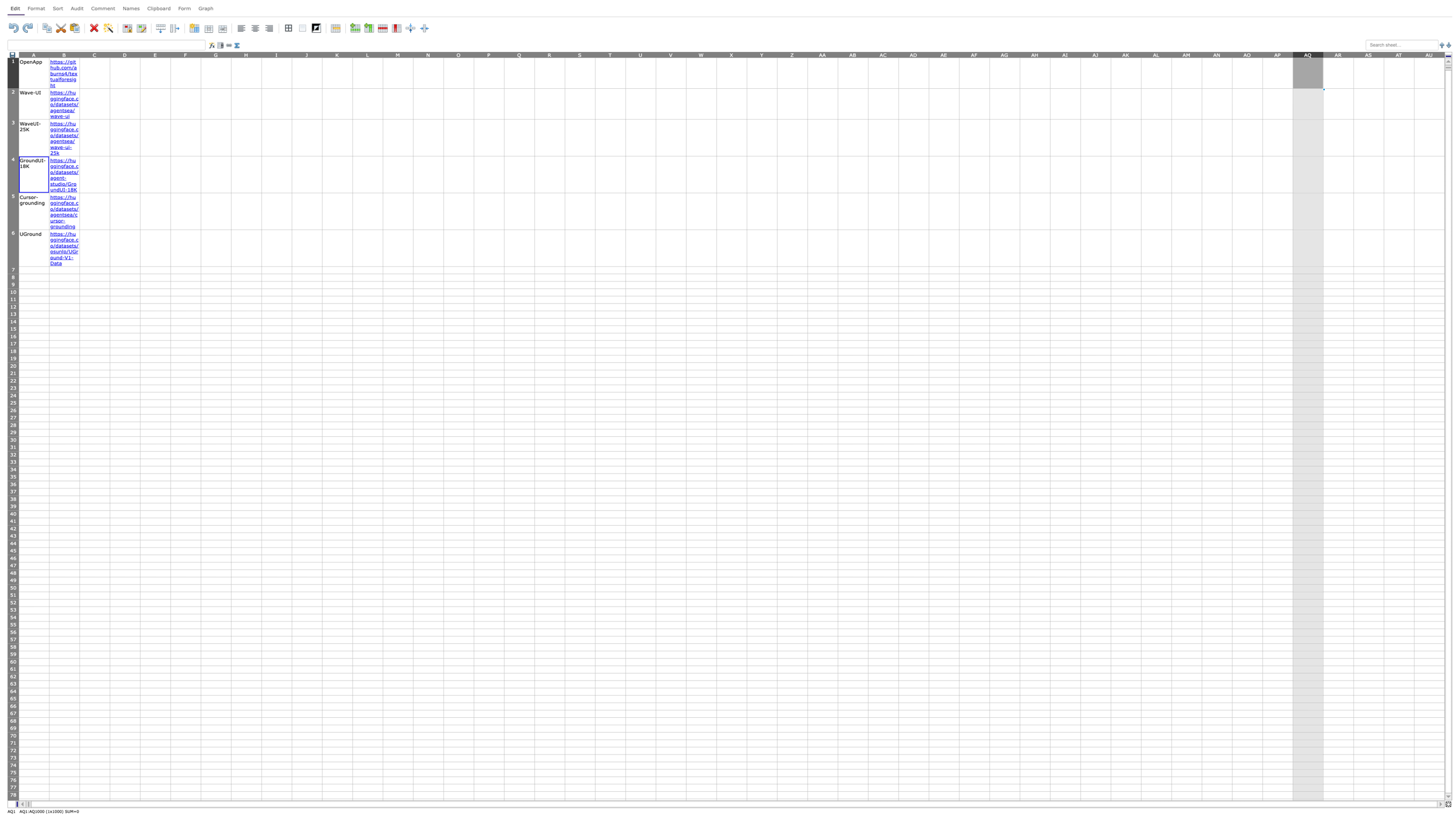  Describe the element at coordinates (1368, 54) in the screenshot. I see `column AS` at that location.